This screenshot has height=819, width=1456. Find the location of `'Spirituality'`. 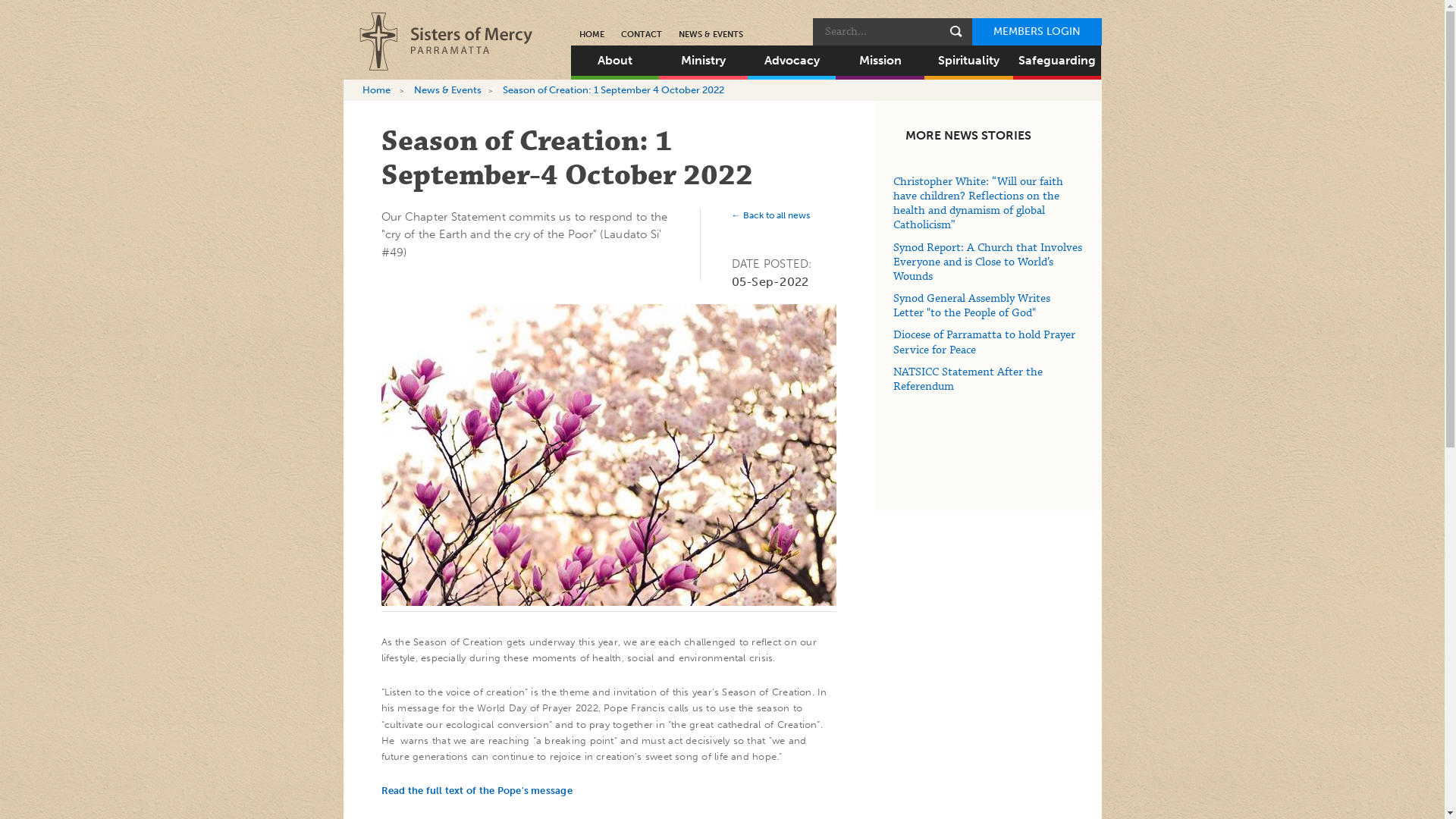

'Spirituality' is located at coordinates (968, 60).